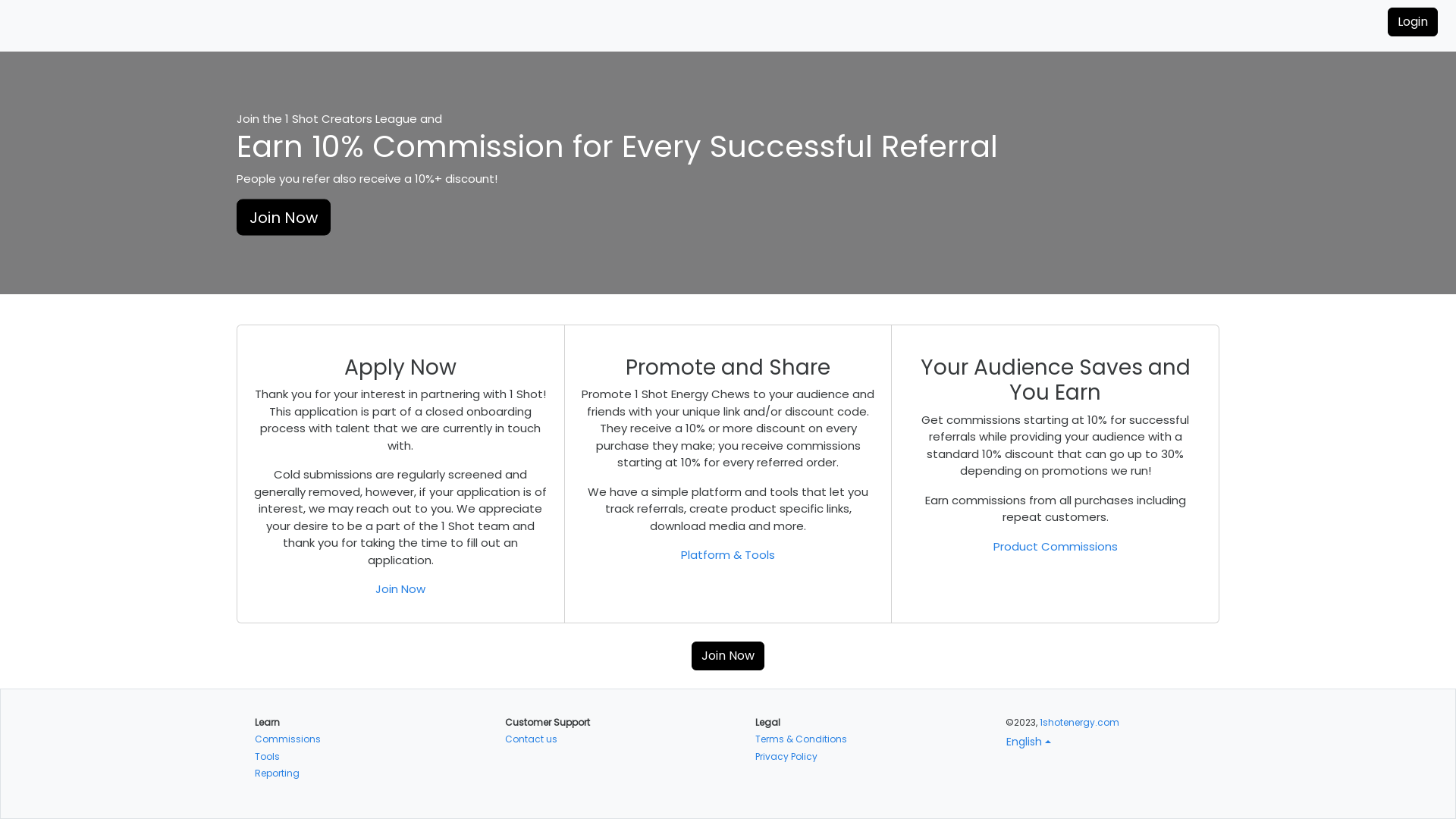 This screenshot has width=1456, height=819. I want to click on 'Join Now', so click(236, 216).